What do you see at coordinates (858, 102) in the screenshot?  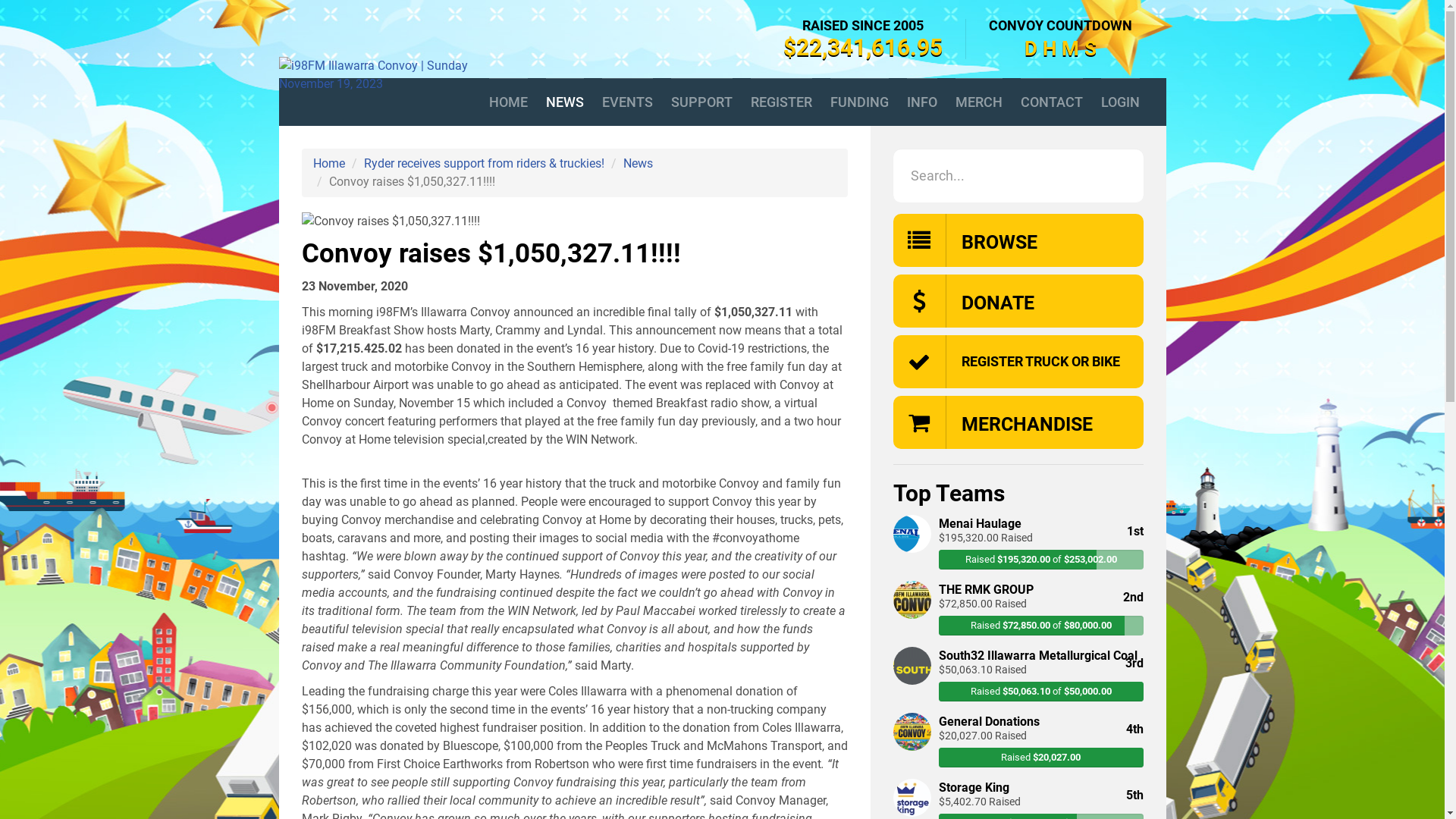 I see `'FUNDING'` at bounding box center [858, 102].